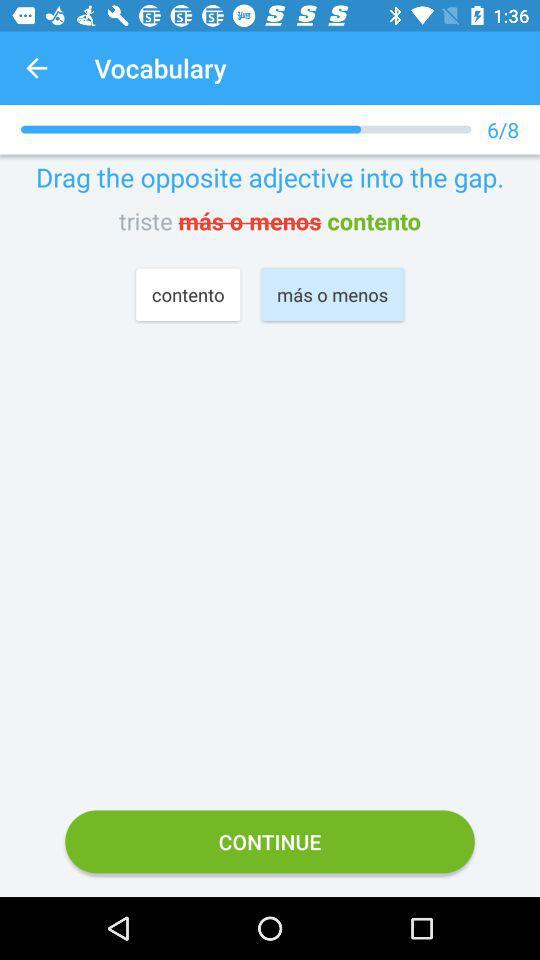  What do you see at coordinates (270, 840) in the screenshot?
I see `the icon below the contento` at bounding box center [270, 840].